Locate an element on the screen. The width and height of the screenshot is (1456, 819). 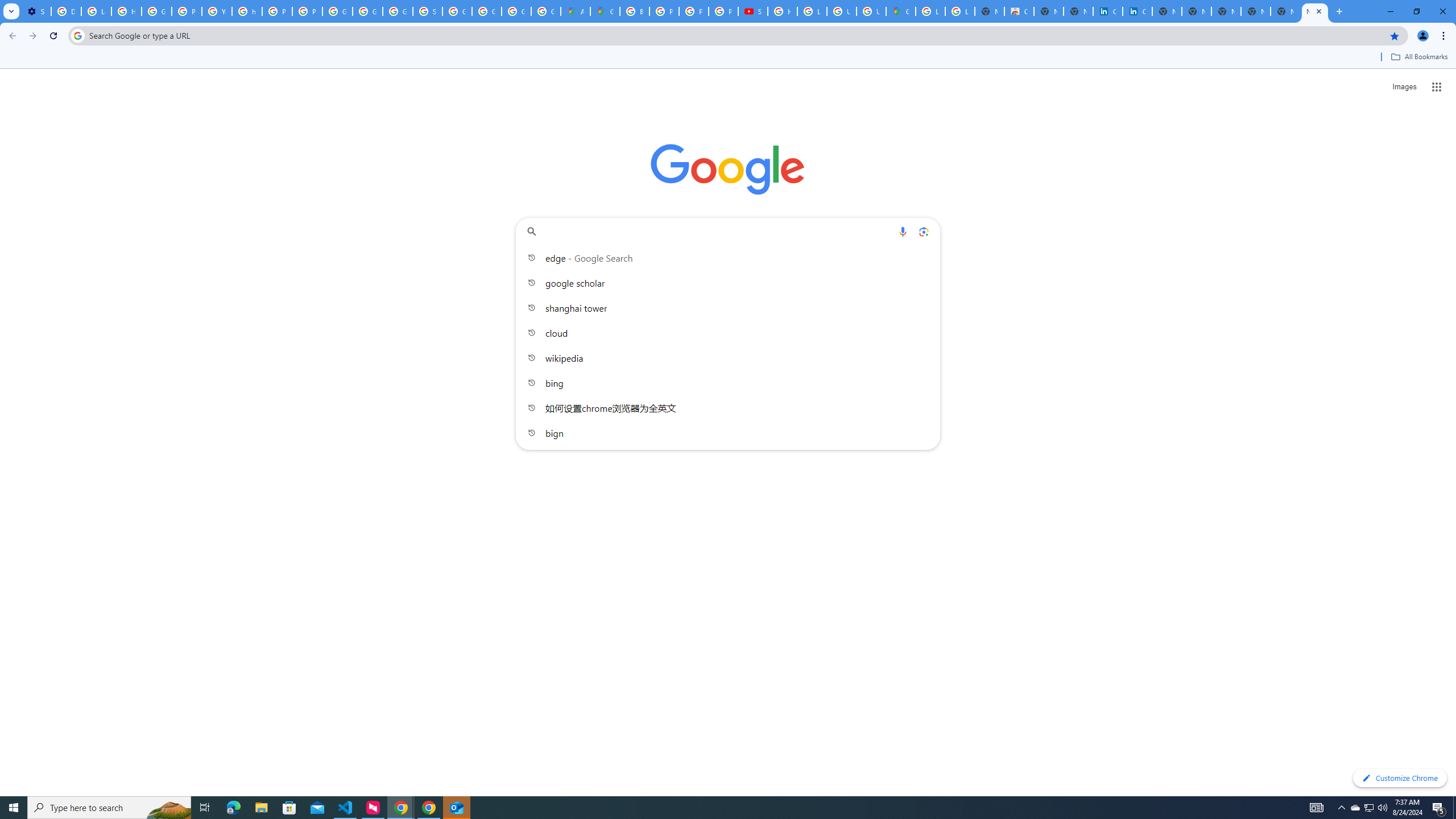
'YouTube' is located at coordinates (216, 11).